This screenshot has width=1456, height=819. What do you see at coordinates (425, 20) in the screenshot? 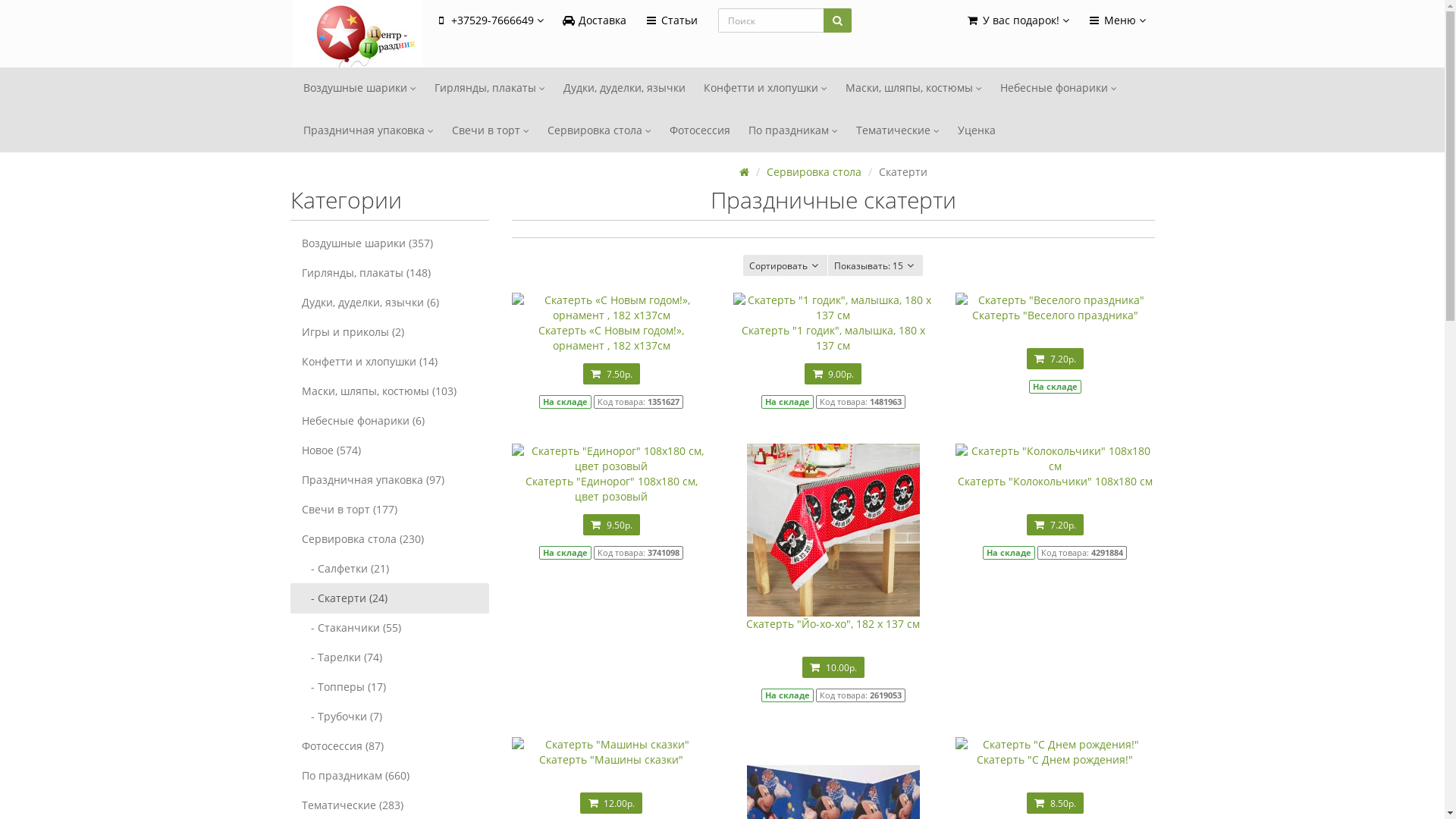
I see `'+37529-7666649'` at bounding box center [425, 20].